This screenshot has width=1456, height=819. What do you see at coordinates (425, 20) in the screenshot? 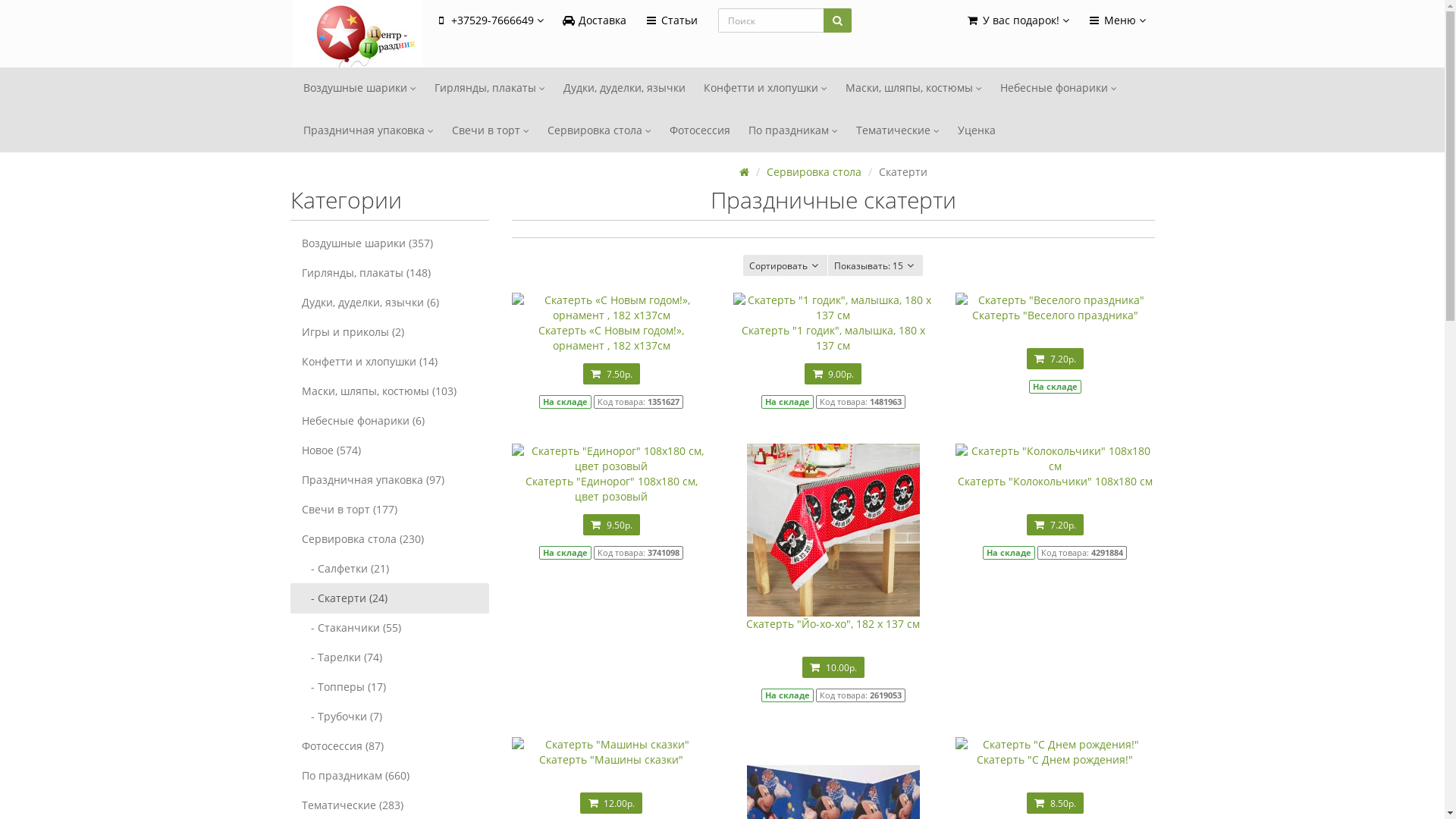
I see `'+37529-7666649'` at bounding box center [425, 20].